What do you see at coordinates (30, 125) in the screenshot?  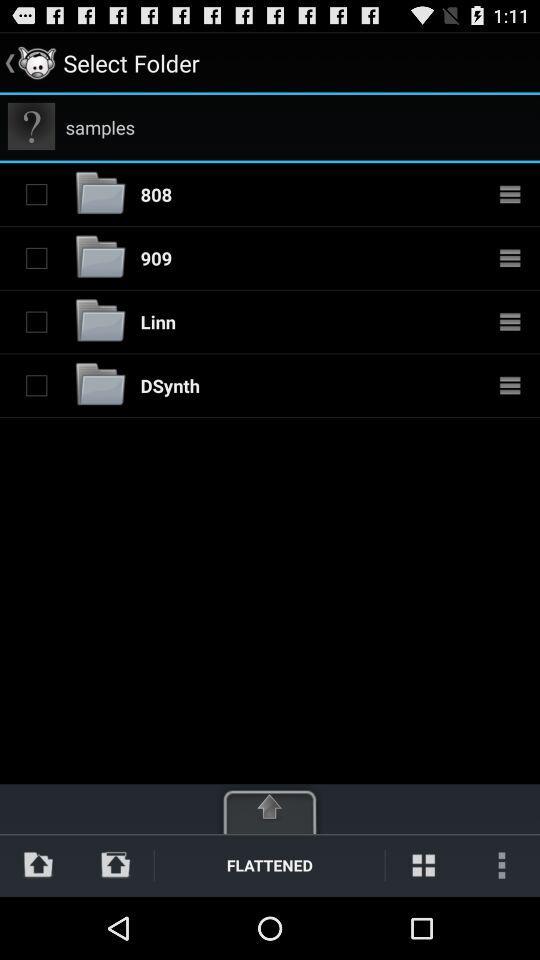 I see `the app next to the samples item` at bounding box center [30, 125].